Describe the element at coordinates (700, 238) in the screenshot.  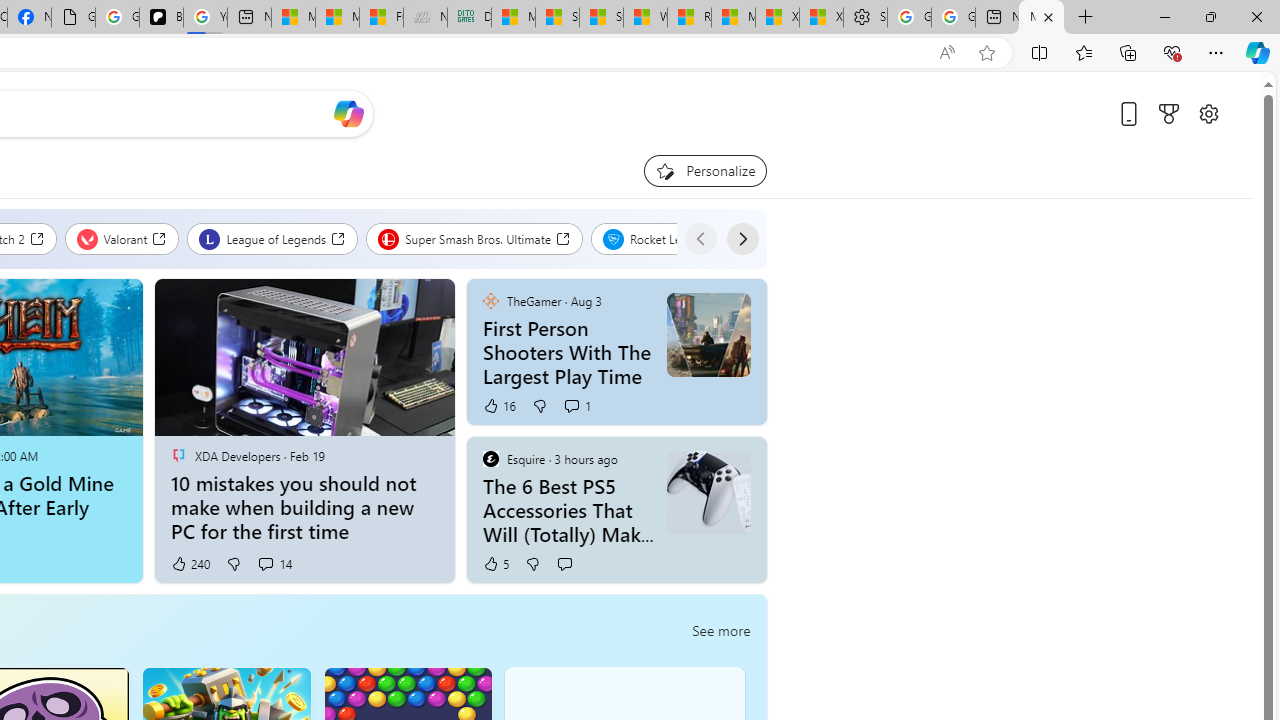
I see `'Previous'` at that location.